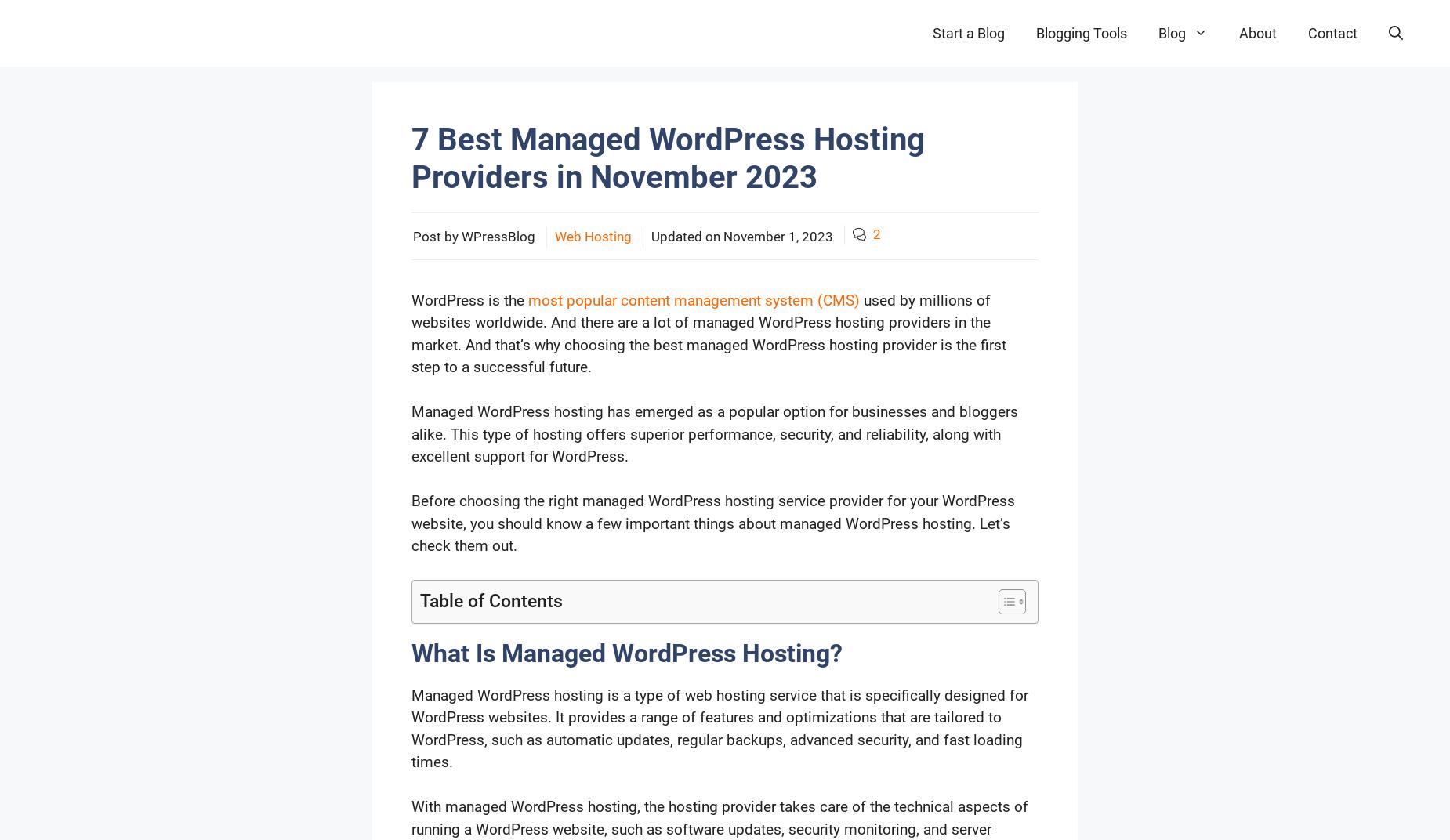  What do you see at coordinates (413, 235) in the screenshot?
I see `'Post by WPressBlog'` at bounding box center [413, 235].